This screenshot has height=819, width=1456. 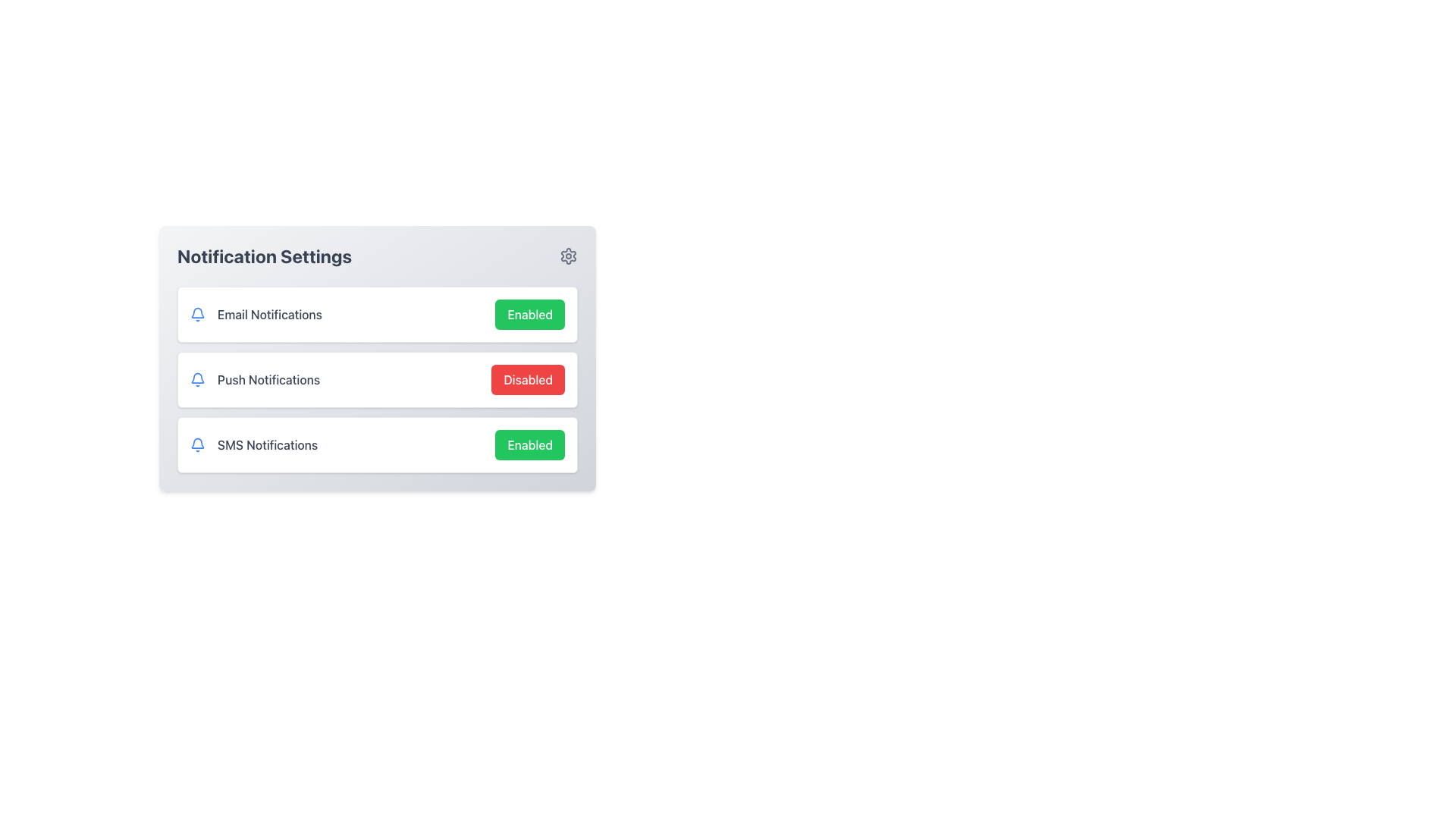 What do you see at coordinates (196, 379) in the screenshot?
I see `the blue bell icon located to the left of the 'Push Notifications' text within the Notification Settings` at bounding box center [196, 379].